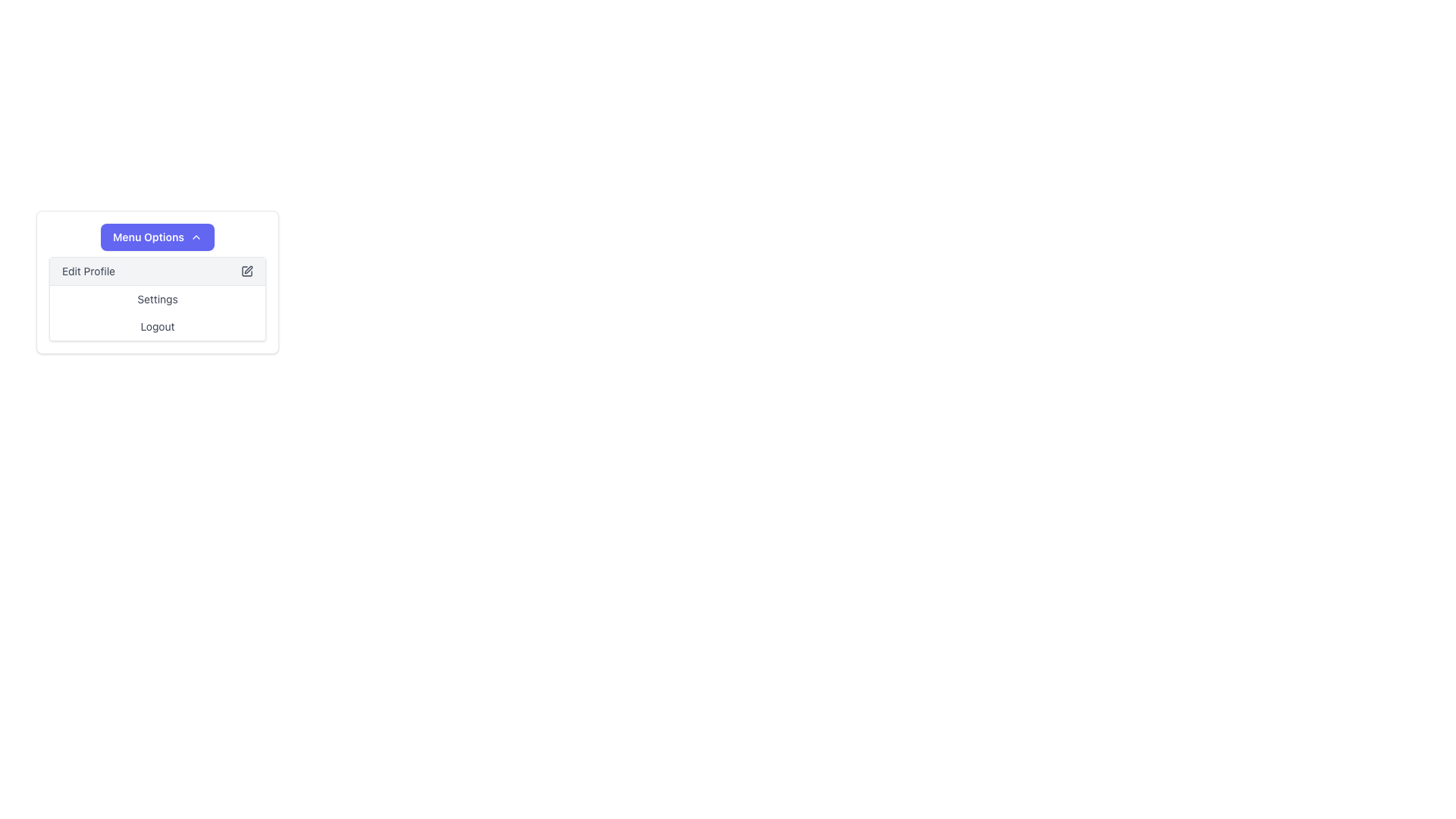 This screenshot has height=819, width=1456. Describe the element at coordinates (157, 299) in the screenshot. I see `the 'Settings' option in the user actions menu located below the 'Menu Options' header` at that location.